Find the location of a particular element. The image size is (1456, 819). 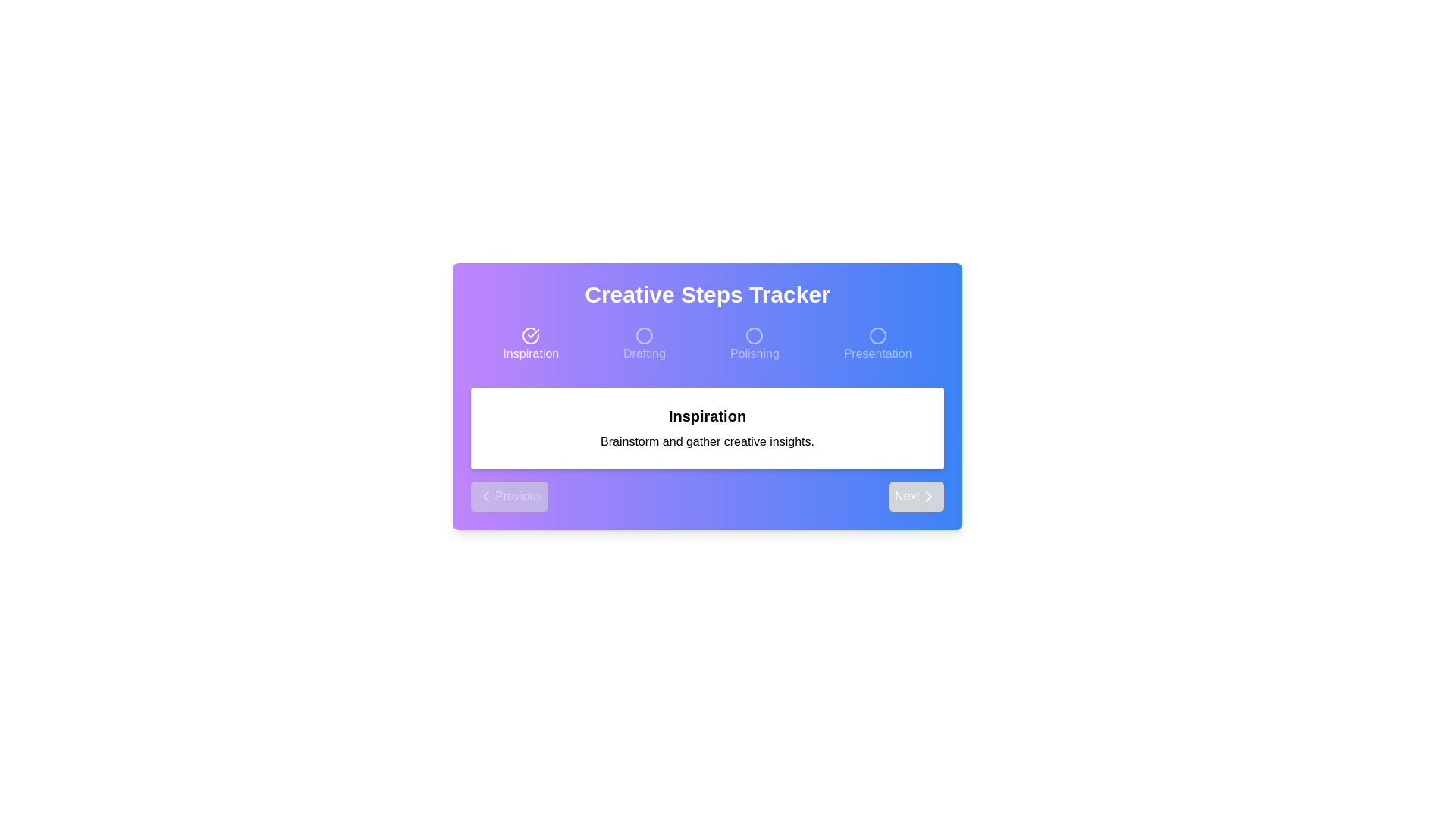

the step circle corresponding to Presentation to view its details is located at coordinates (877, 345).